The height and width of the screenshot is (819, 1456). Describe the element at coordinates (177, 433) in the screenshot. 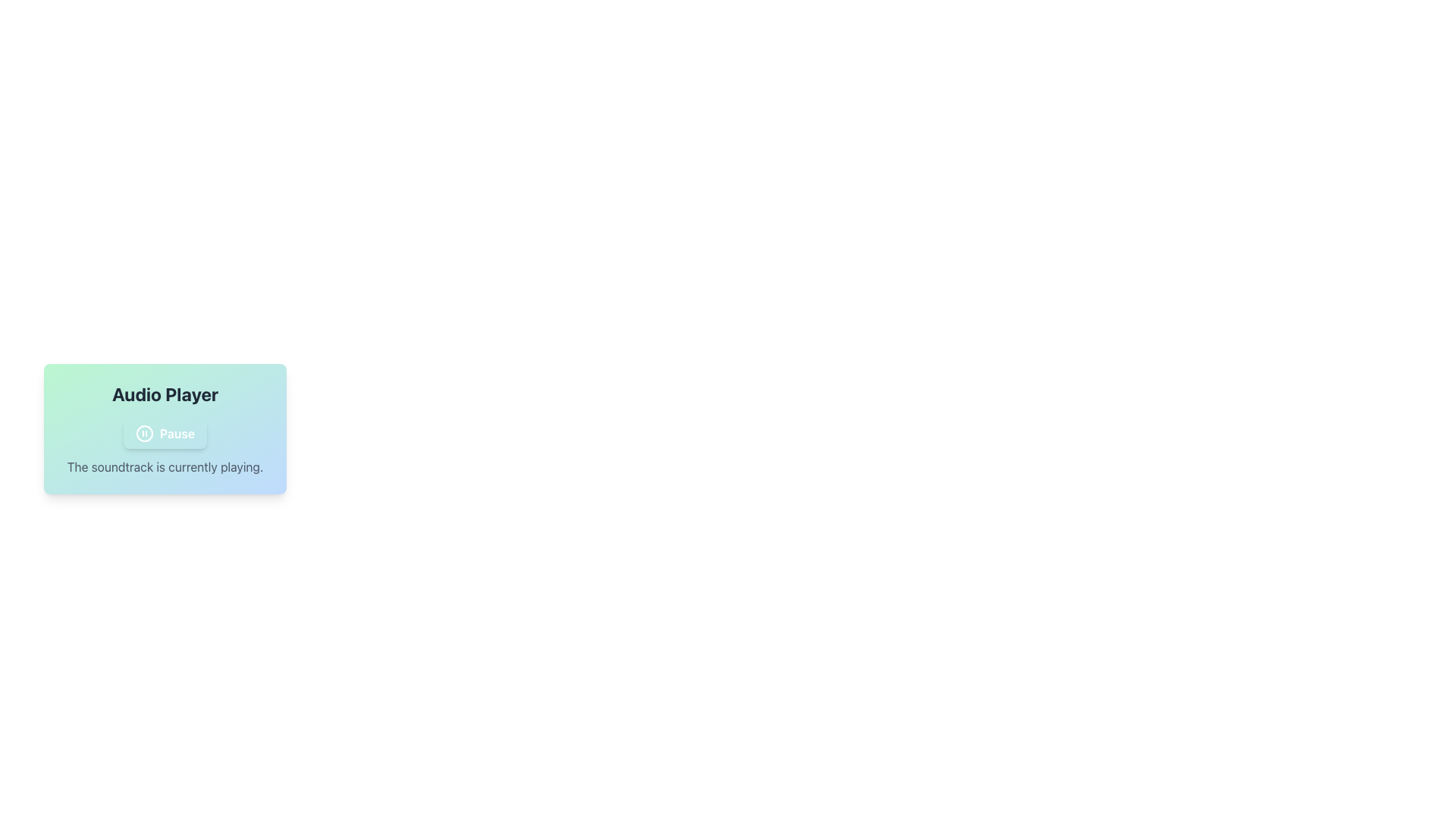

I see `the button labeled with the text indicating functionality` at that location.